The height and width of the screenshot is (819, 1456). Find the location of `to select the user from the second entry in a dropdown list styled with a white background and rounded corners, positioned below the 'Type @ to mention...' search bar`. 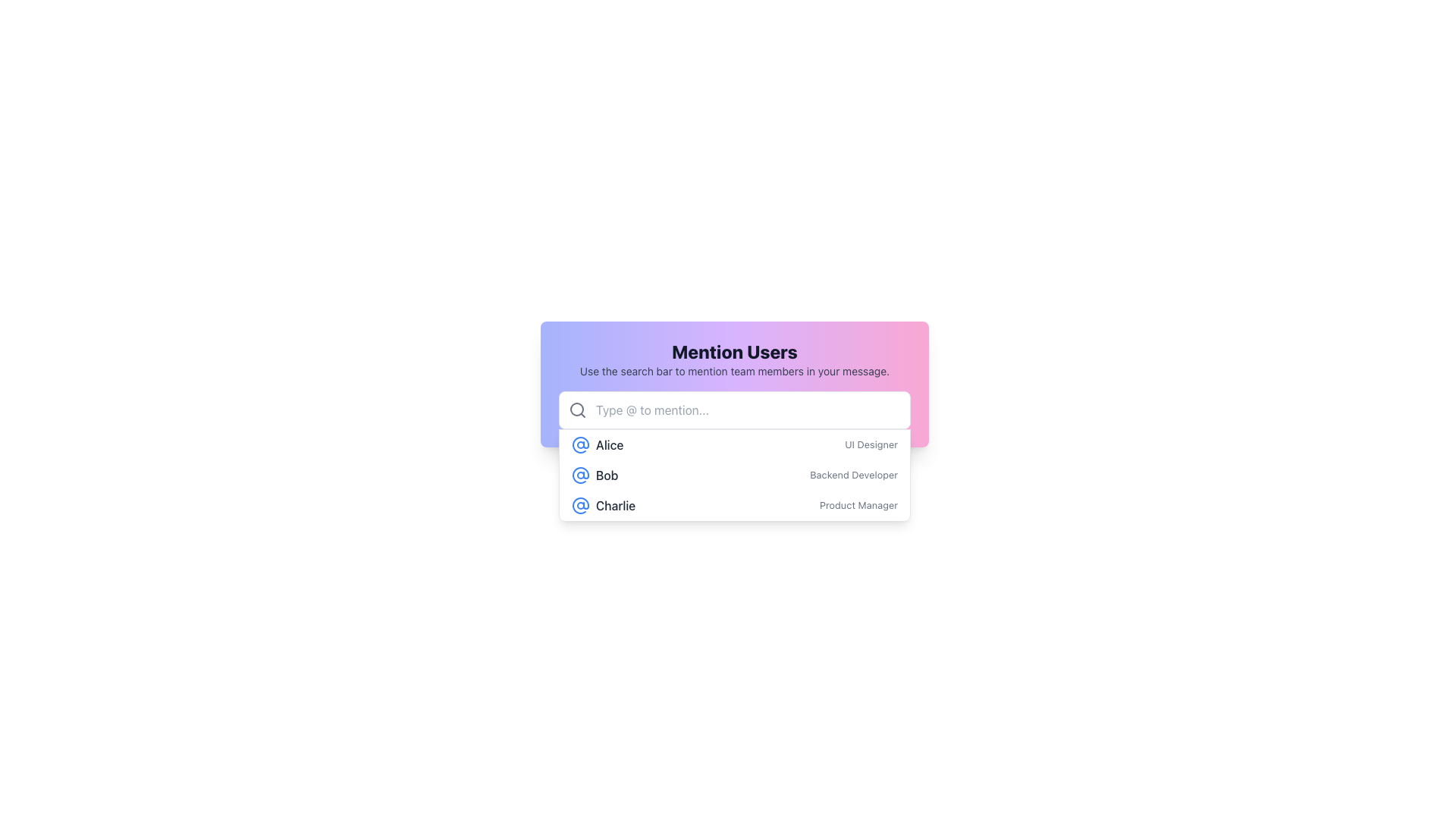

to select the user from the second entry in a dropdown list styled with a white background and rounded corners, positioned below the 'Type @ to mention...' search bar is located at coordinates (735, 473).